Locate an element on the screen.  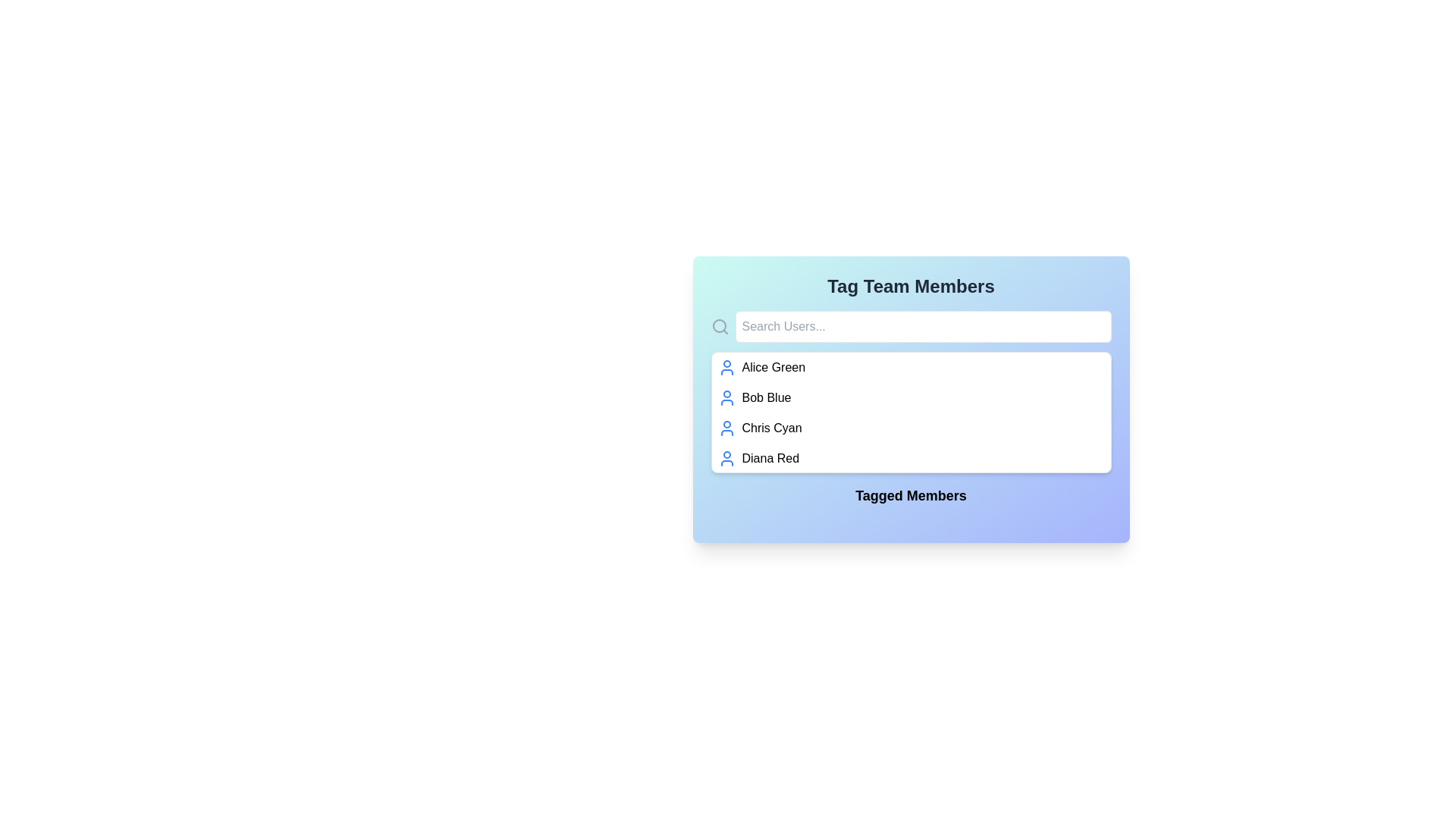
the fourth entry in the user list is located at coordinates (910, 458).